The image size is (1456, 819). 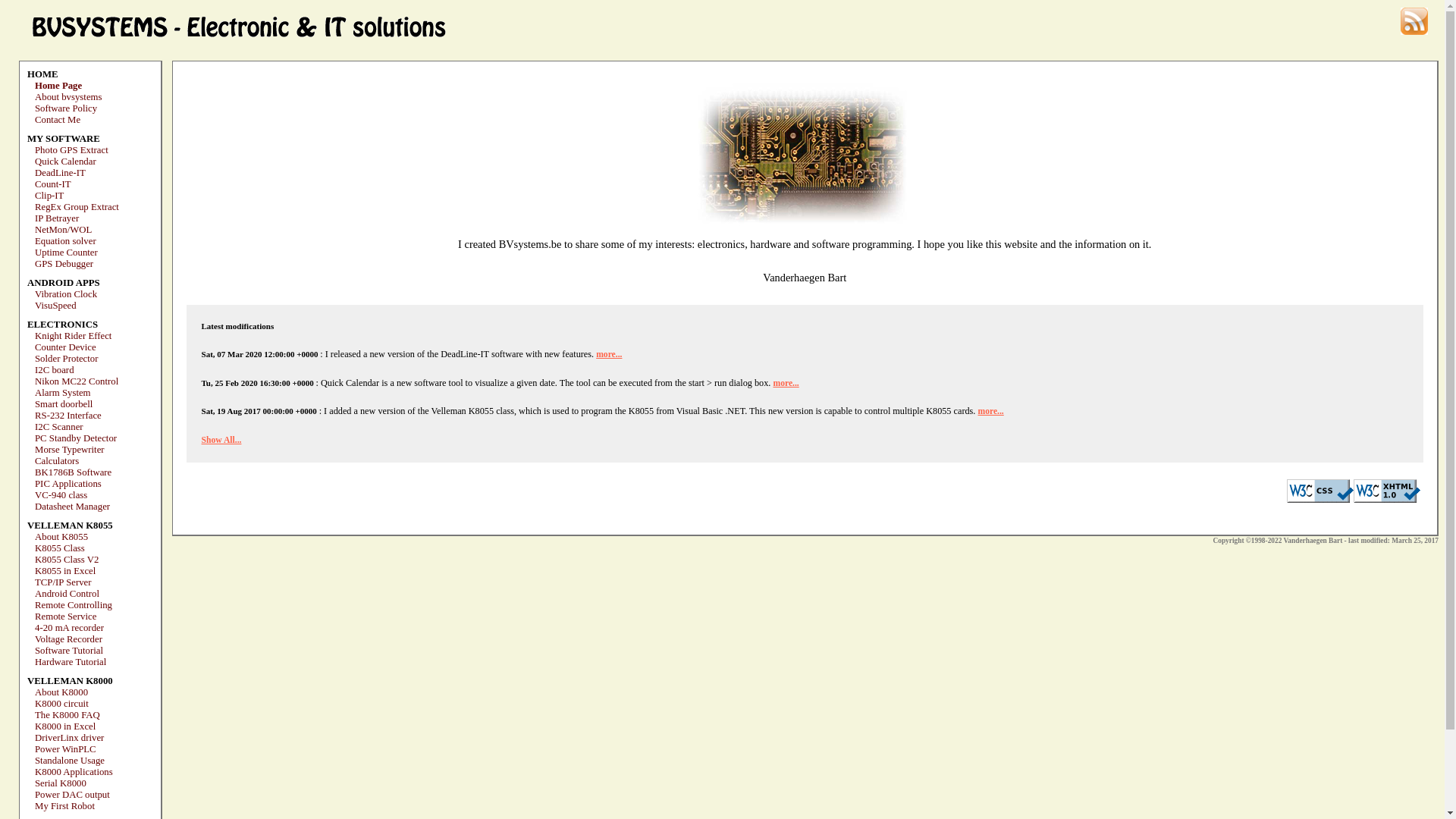 I want to click on 'DriverLinx driver', so click(x=68, y=736).